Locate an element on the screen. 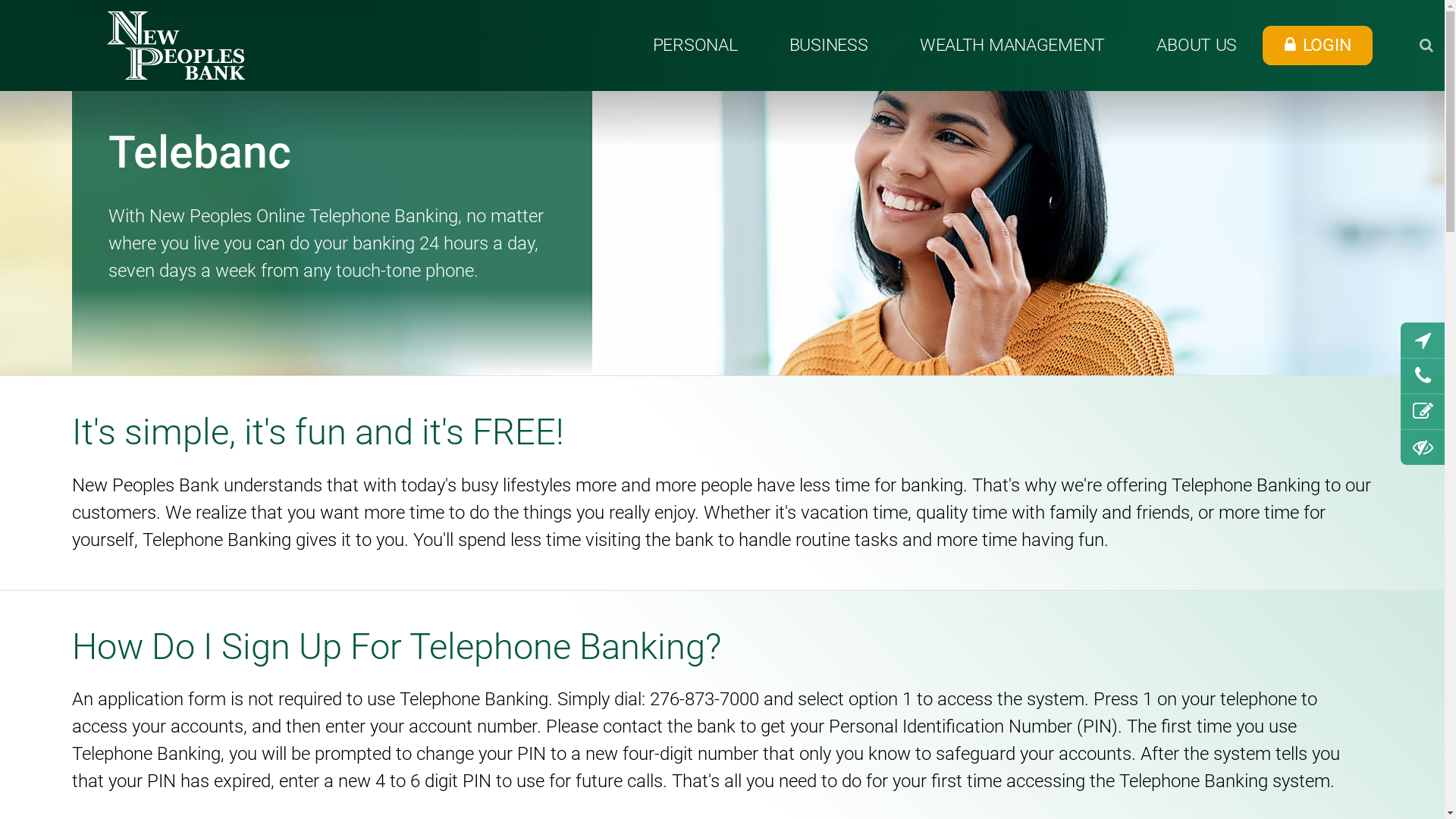 The width and height of the screenshot is (1456, 819). 'Contact Us' is located at coordinates (1422, 375).